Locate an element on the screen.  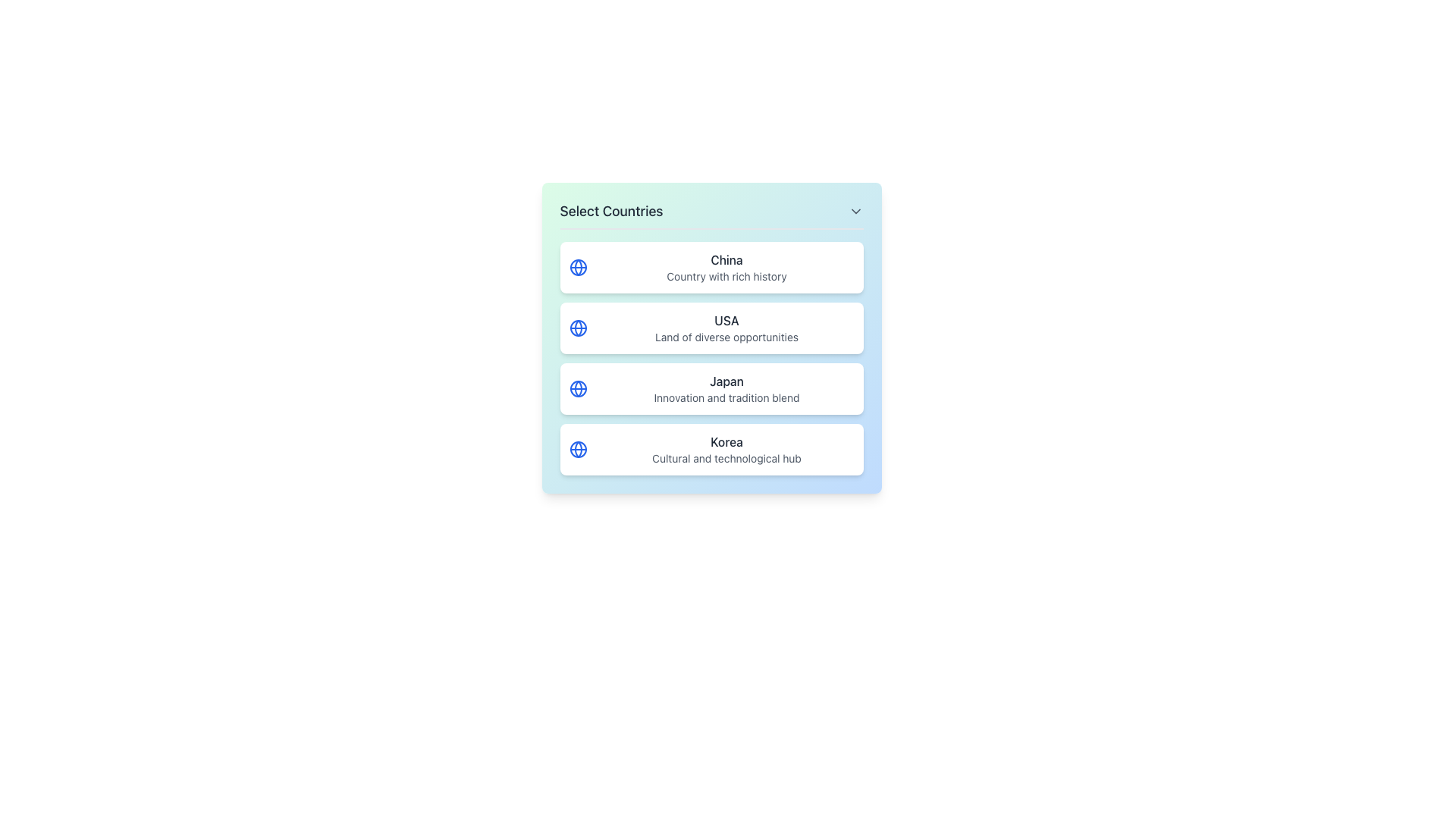
the selectable card for 'Japan' in the 'Select Countries' section, which is the third option in the list is located at coordinates (711, 388).